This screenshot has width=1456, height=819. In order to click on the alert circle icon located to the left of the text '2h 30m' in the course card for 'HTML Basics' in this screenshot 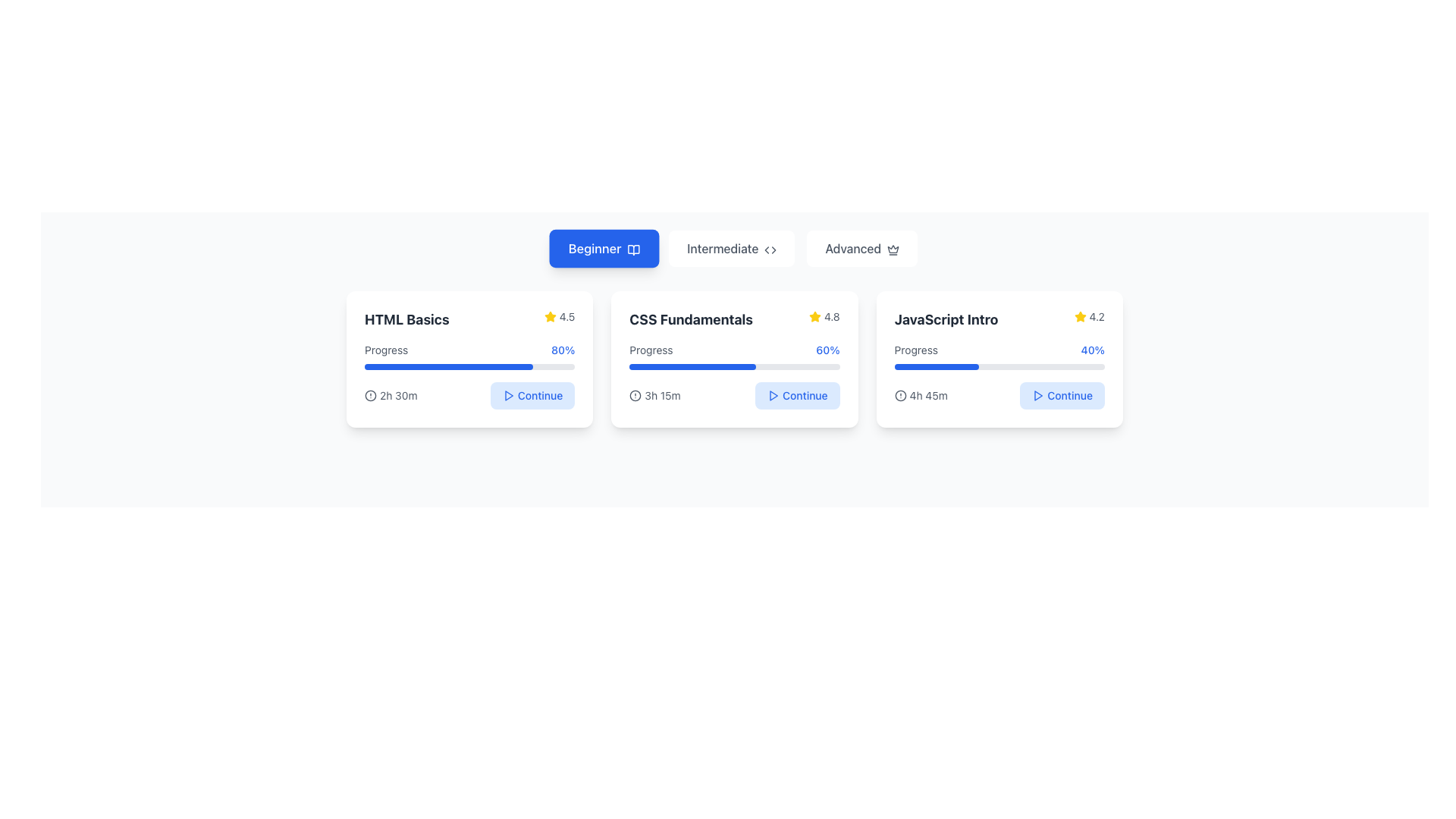, I will do `click(371, 394)`.